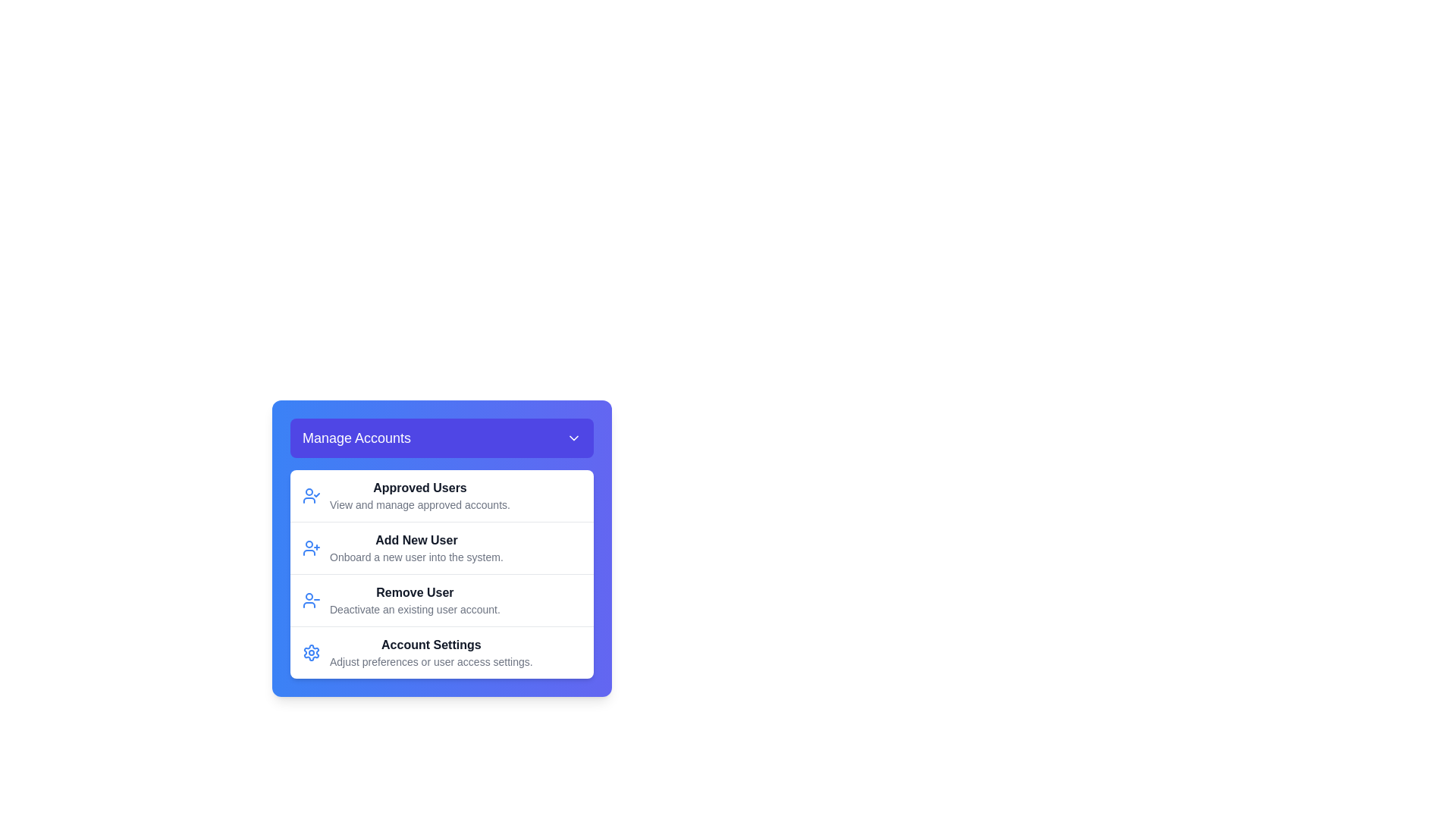 This screenshot has width=1456, height=819. I want to click on the 'Account Settings' menu item, which is the fourth item in the vertical list, featuring a bold label and a settings gear icon, so click(441, 651).